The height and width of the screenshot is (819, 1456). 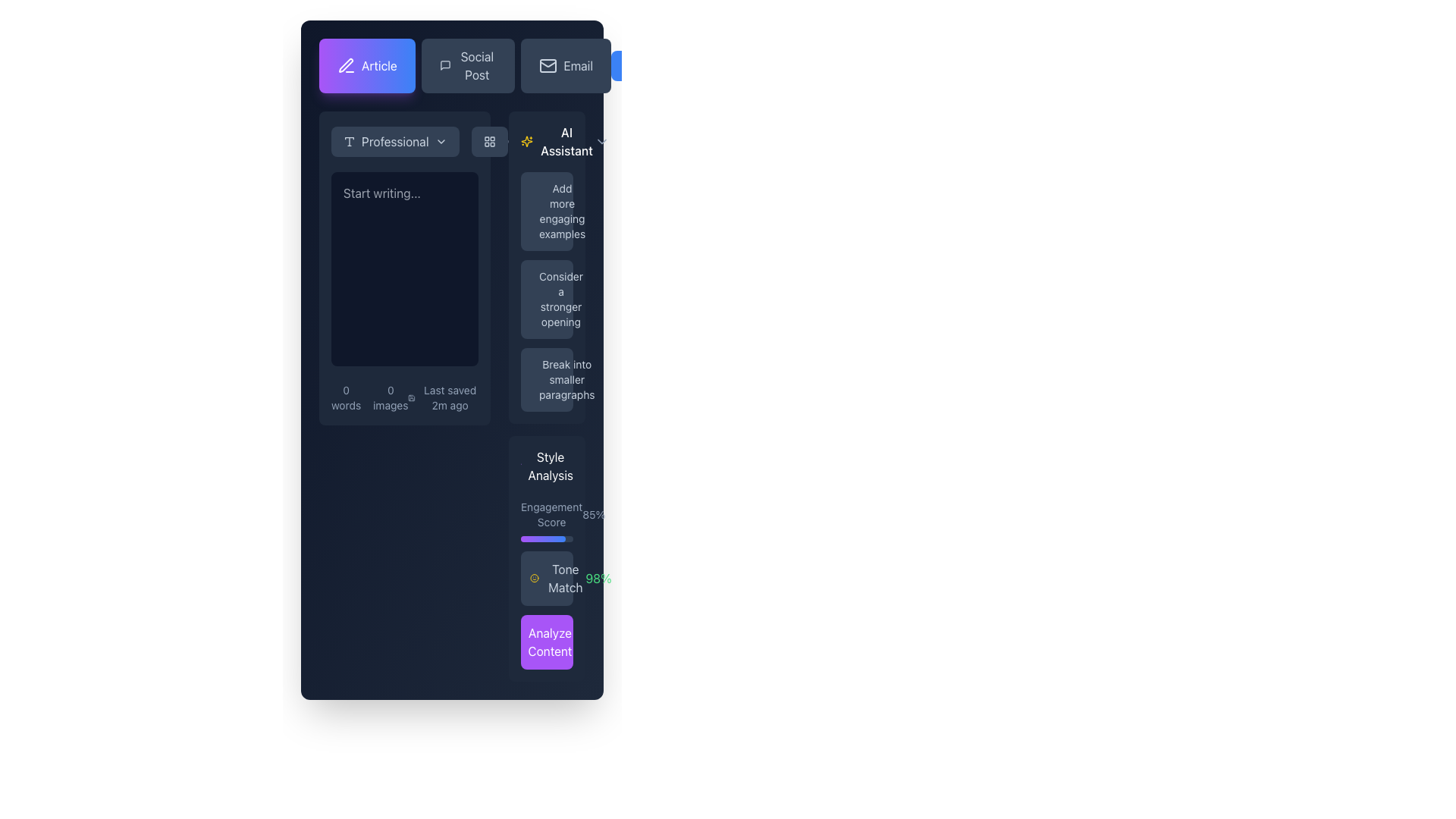 I want to click on the 'Professional' dropdown menu, so click(x=419, y=141).